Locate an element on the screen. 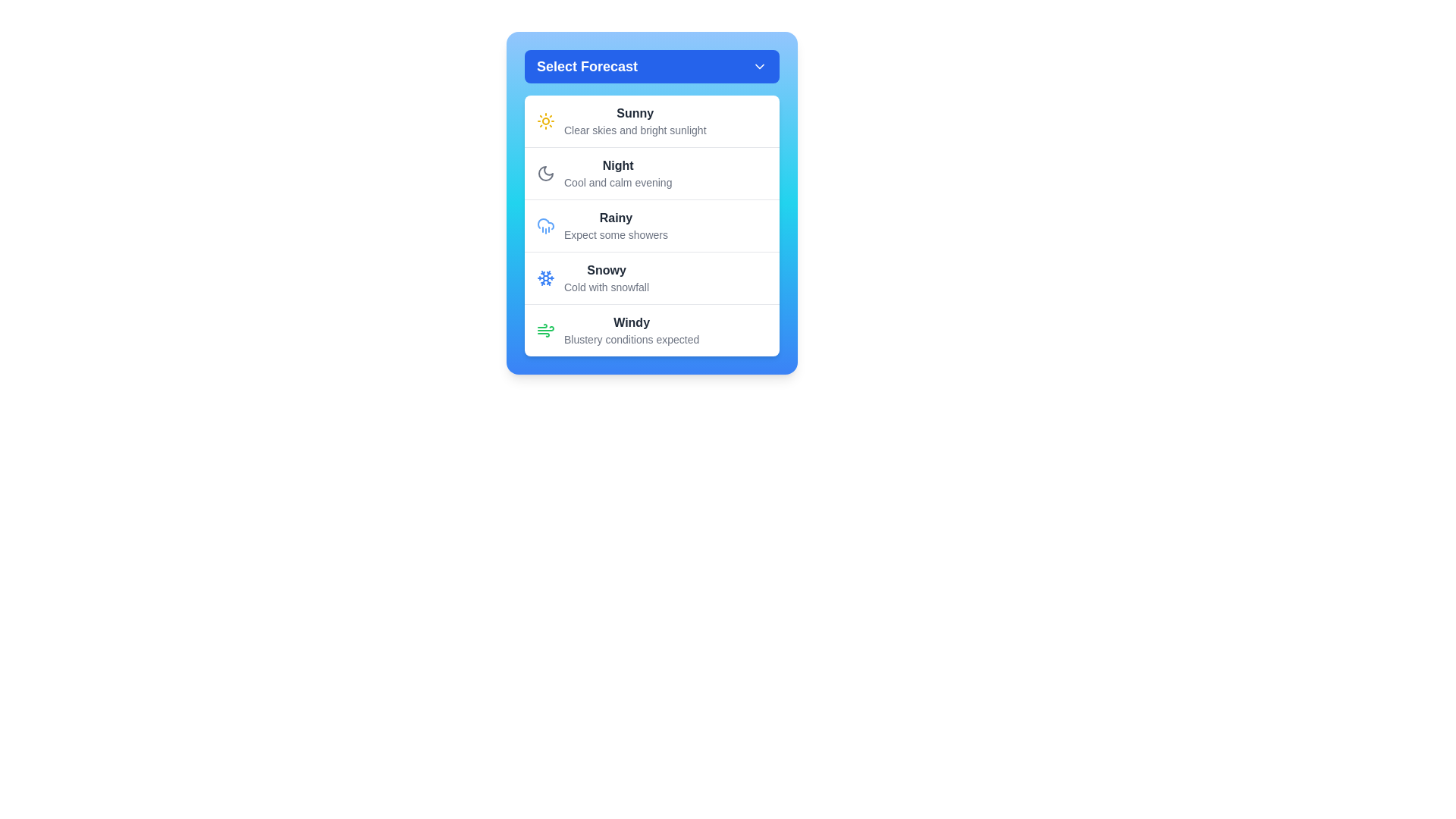 The height and width of the screenshot is (819, 1456). the text label reading 'Clear skies and bright sunlight,' which is styled in light gray and located below the bolded title 'Sunny' within the weather conditions list is located at coordinates (635, 130).